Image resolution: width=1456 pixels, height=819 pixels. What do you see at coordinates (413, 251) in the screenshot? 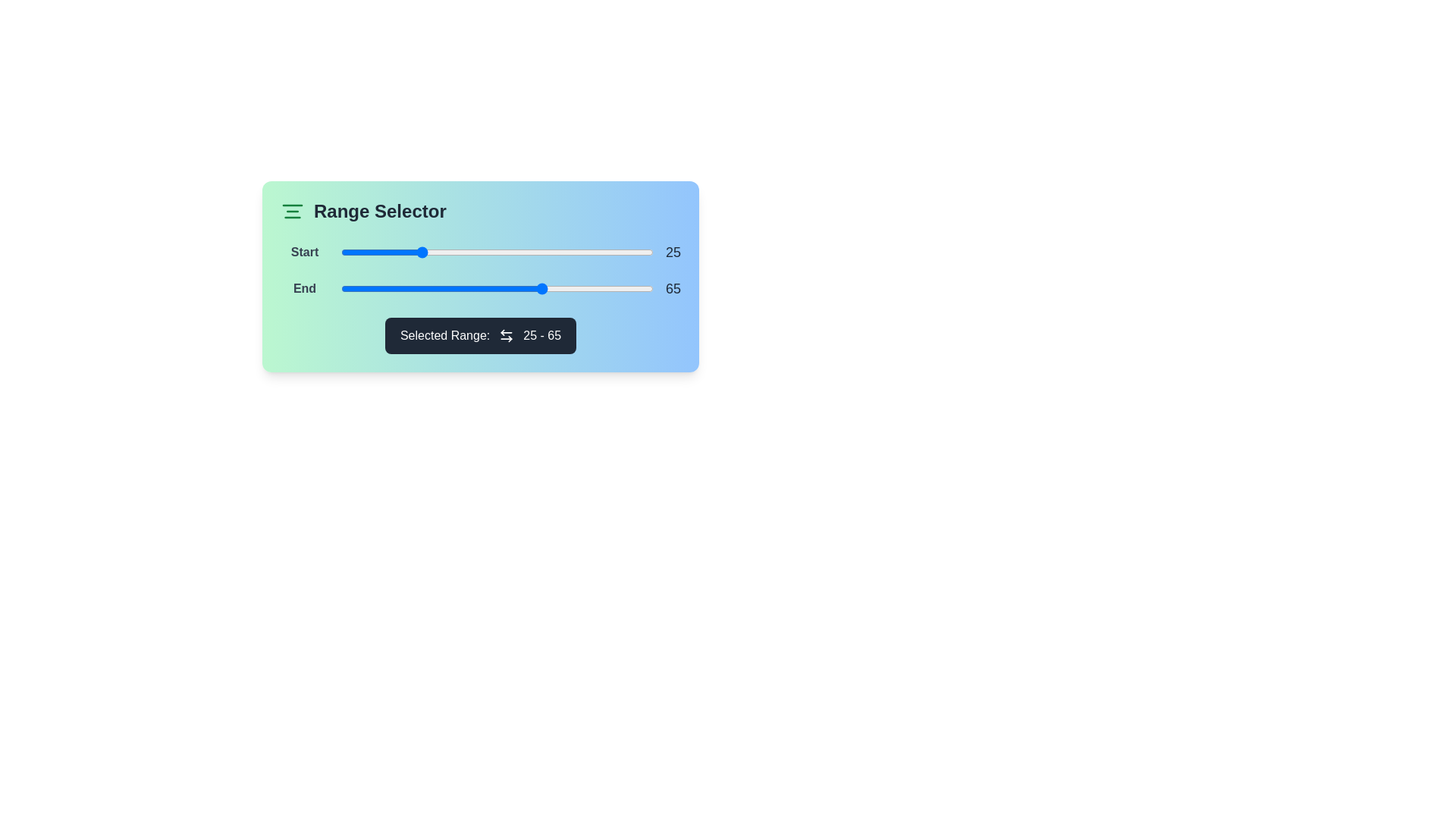
I see `the start range slider to 23` at bounding box center [413, 251].